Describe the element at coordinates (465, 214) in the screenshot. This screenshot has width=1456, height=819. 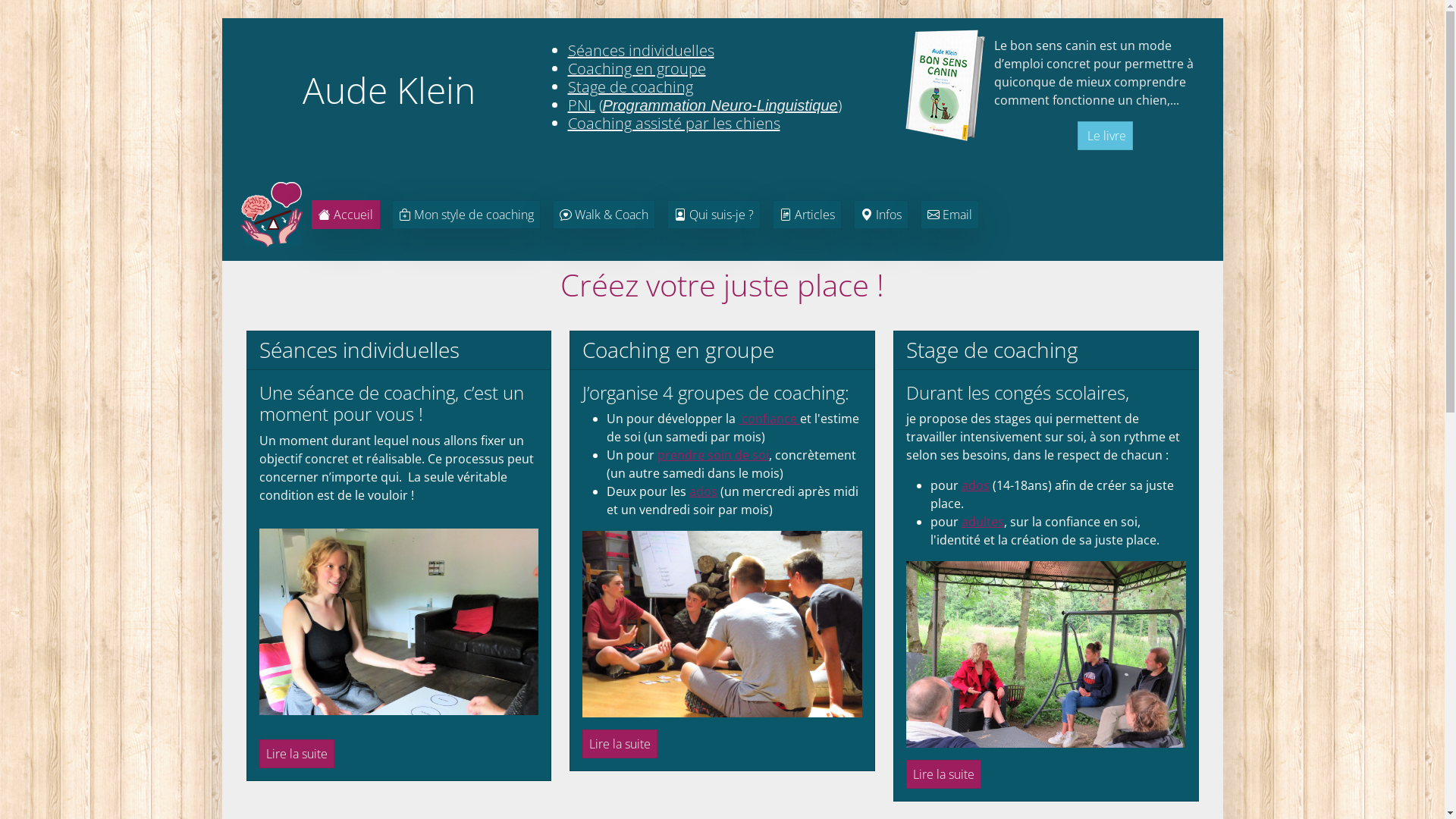
I see `'Mon style de coaching'` at that location.